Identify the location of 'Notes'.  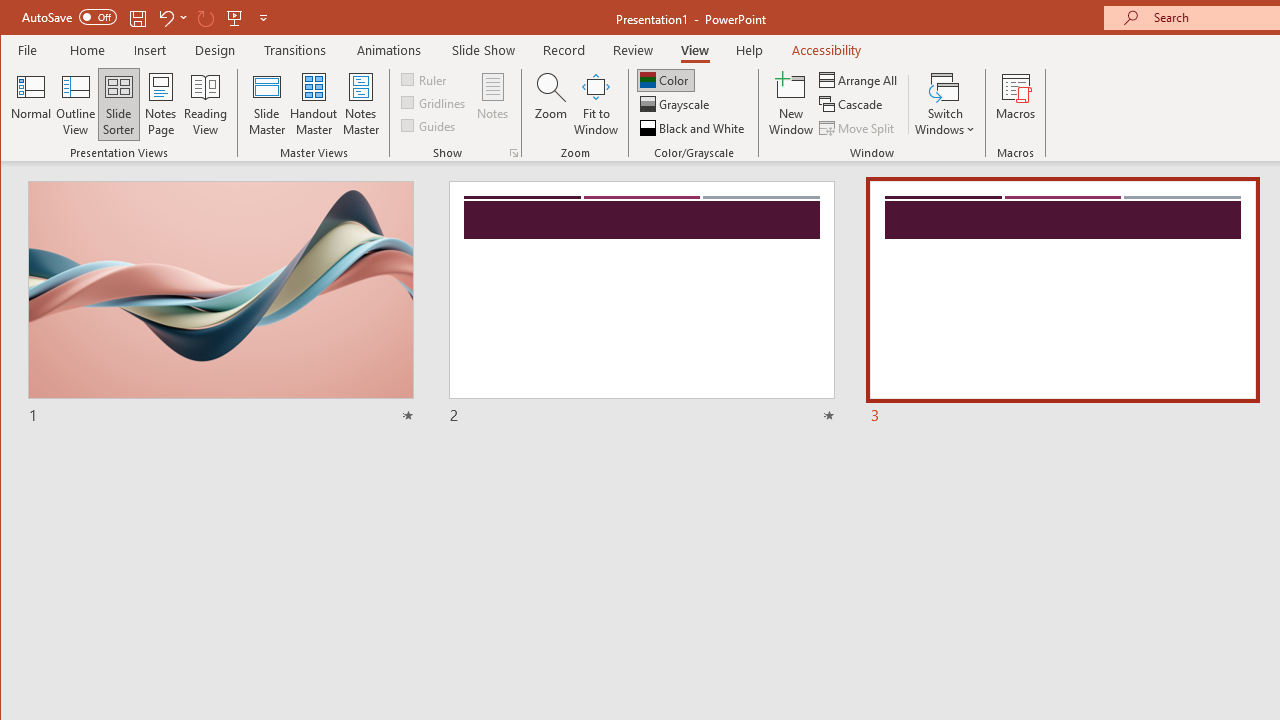
(493, 104).